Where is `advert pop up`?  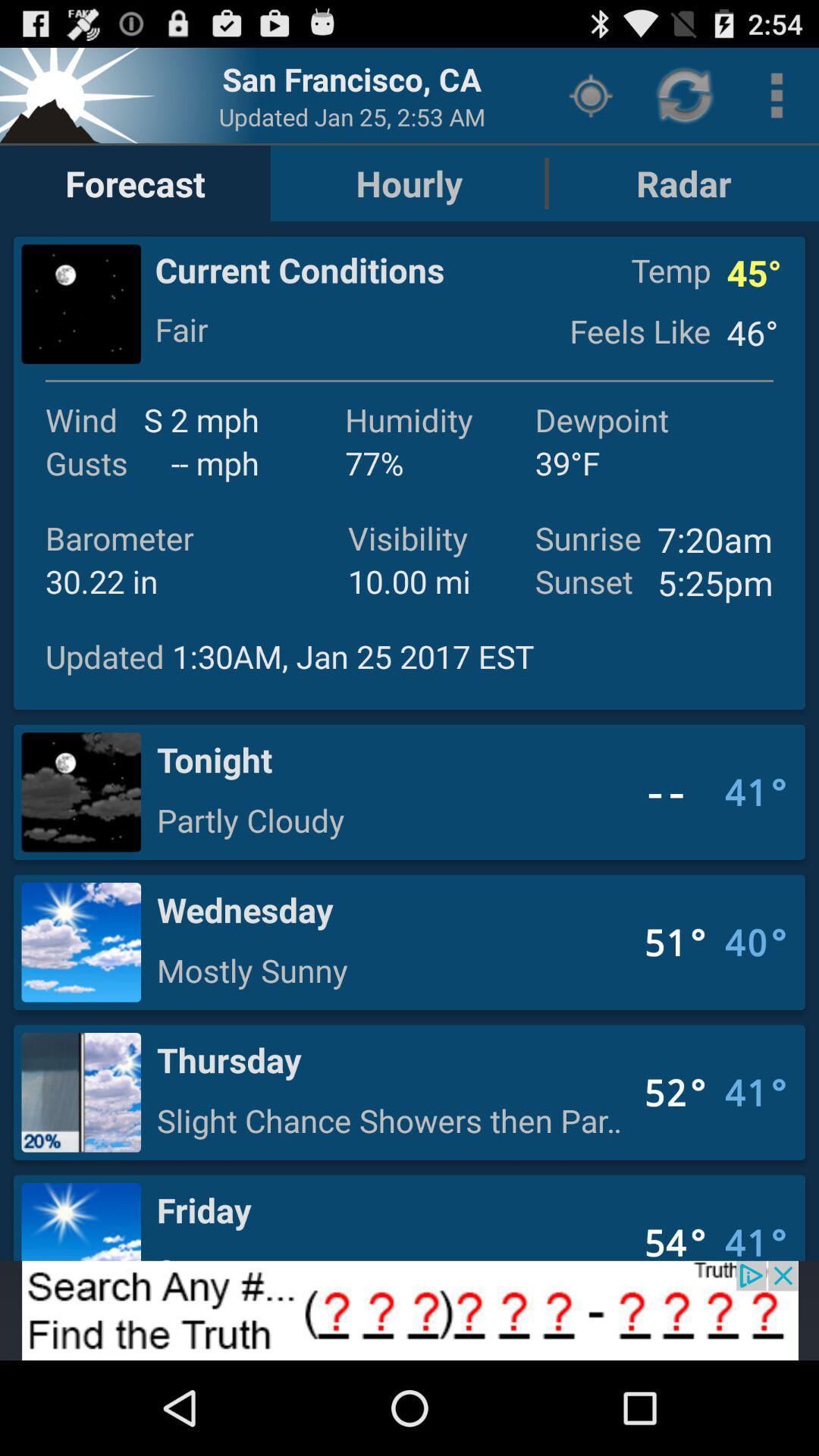
advert pop up is located at coordinates (409, 1310).